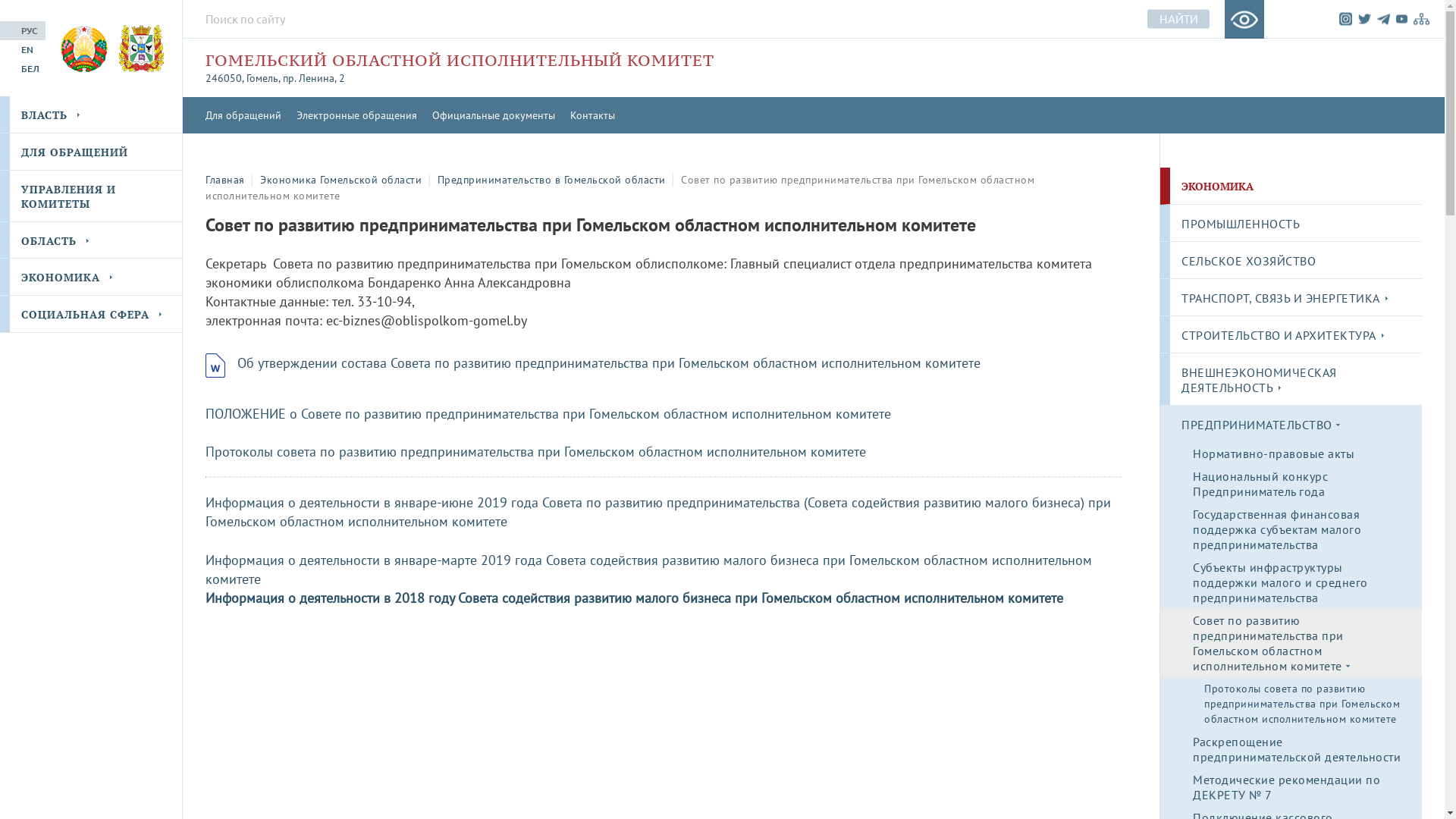 The image size is (1456, 819). What do you see at coordinates (1345, 18) in the screenshot?
I see `'Instagram'` at bounding box center [1345, 18].